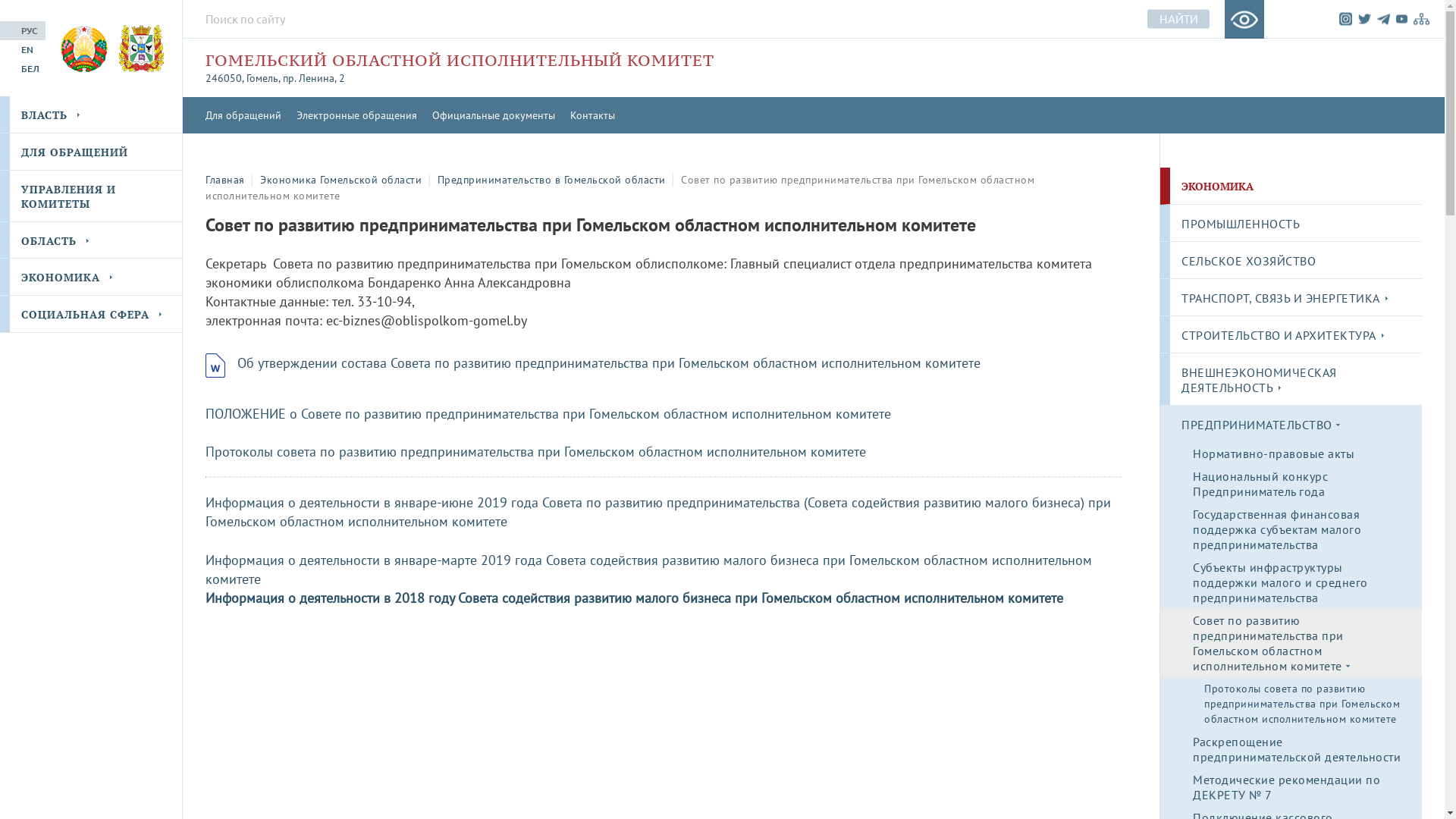 The image size is (1456, 819). What do you see at coordinates (1345, 18) in the screenshot?
I see `'Instagram'` at bounding box center [1345, 18].